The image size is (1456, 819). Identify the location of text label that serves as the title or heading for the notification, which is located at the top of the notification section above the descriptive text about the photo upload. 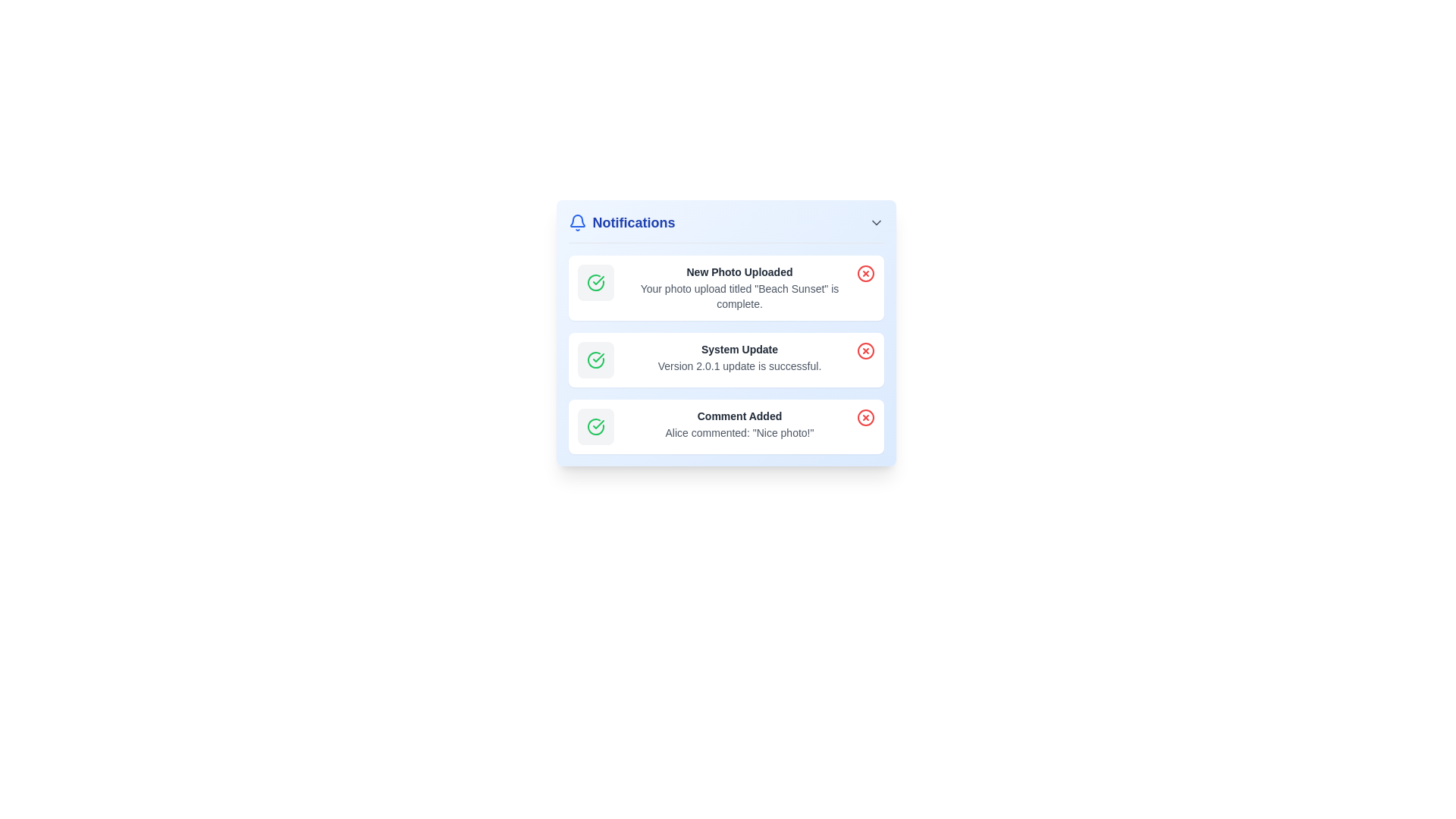
(739, 271).